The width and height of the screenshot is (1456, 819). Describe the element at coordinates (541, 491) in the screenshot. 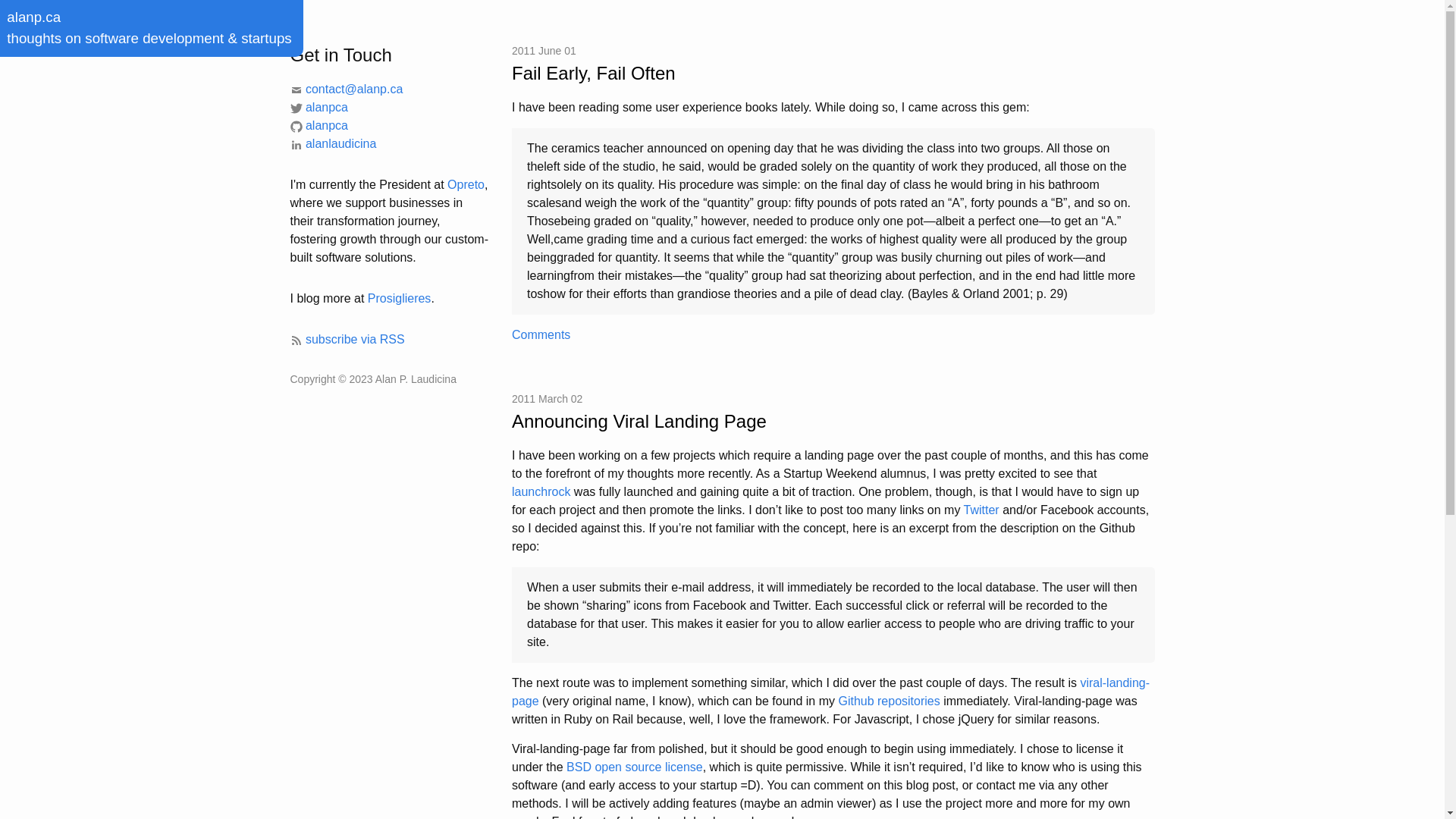

I see `'launchrock'` at that location.